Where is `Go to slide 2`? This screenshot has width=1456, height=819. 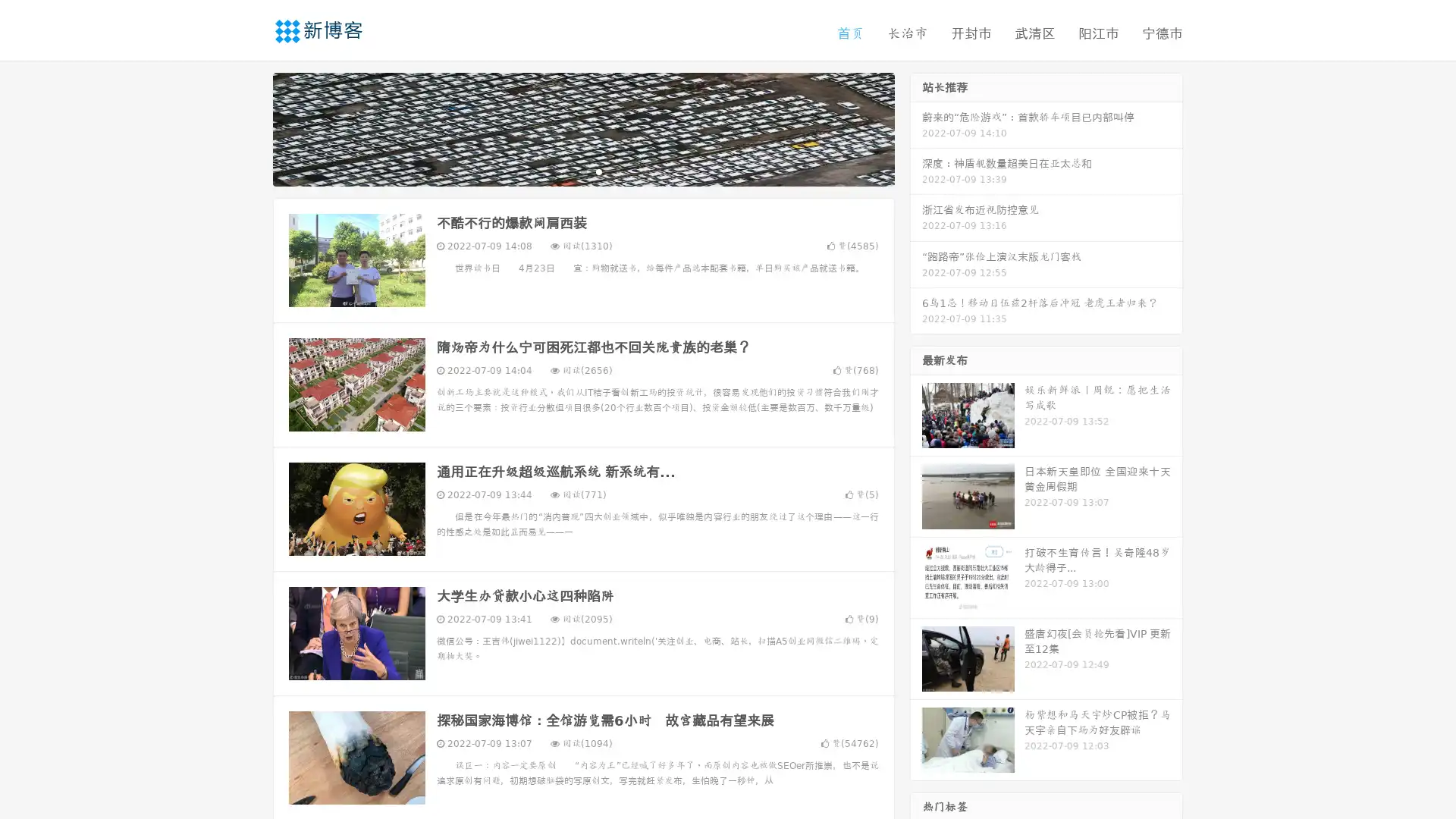 Go to slide 2 is located at coordinates (582, 171).